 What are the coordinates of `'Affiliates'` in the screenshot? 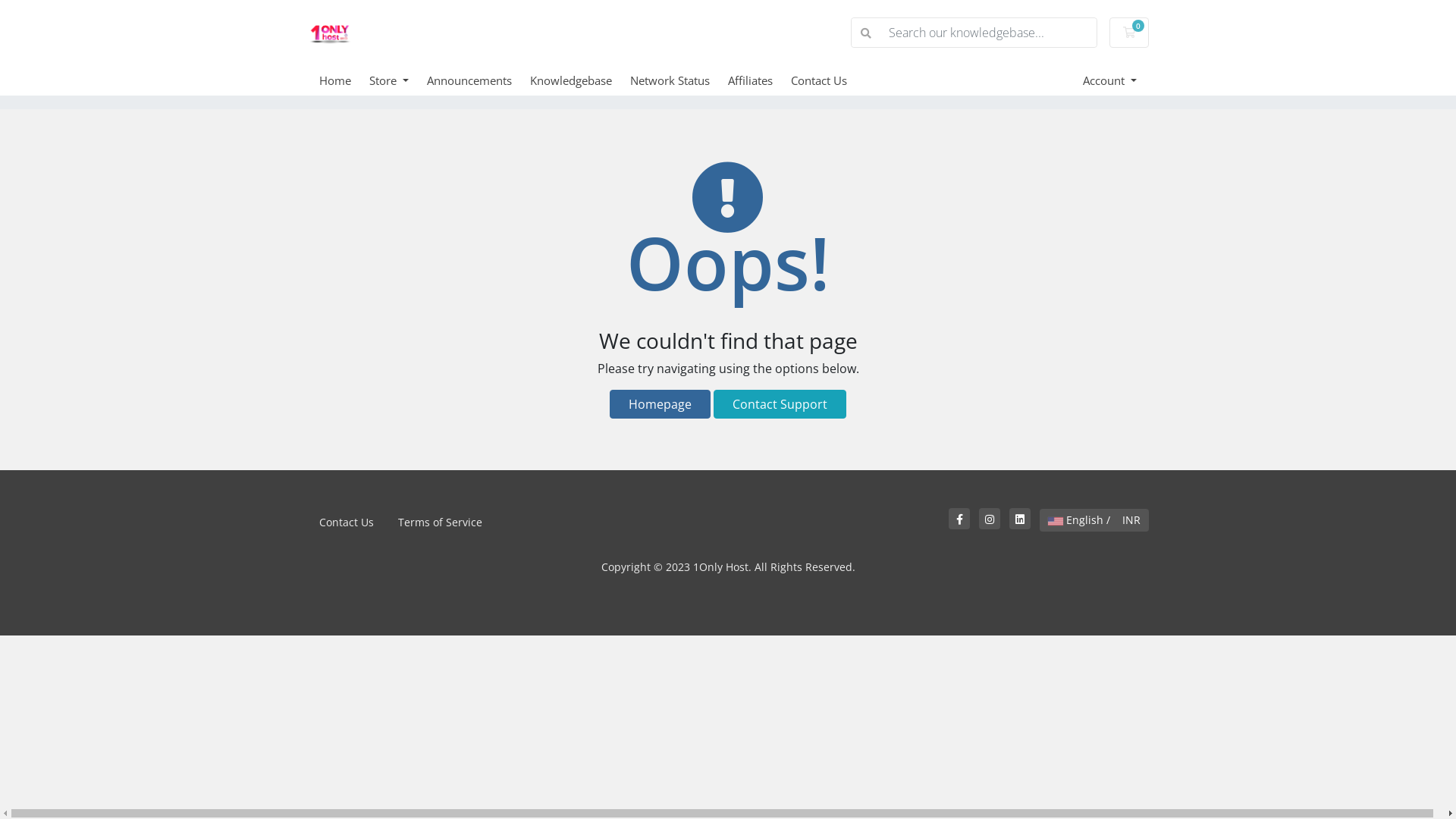 It's located at (759, 80).